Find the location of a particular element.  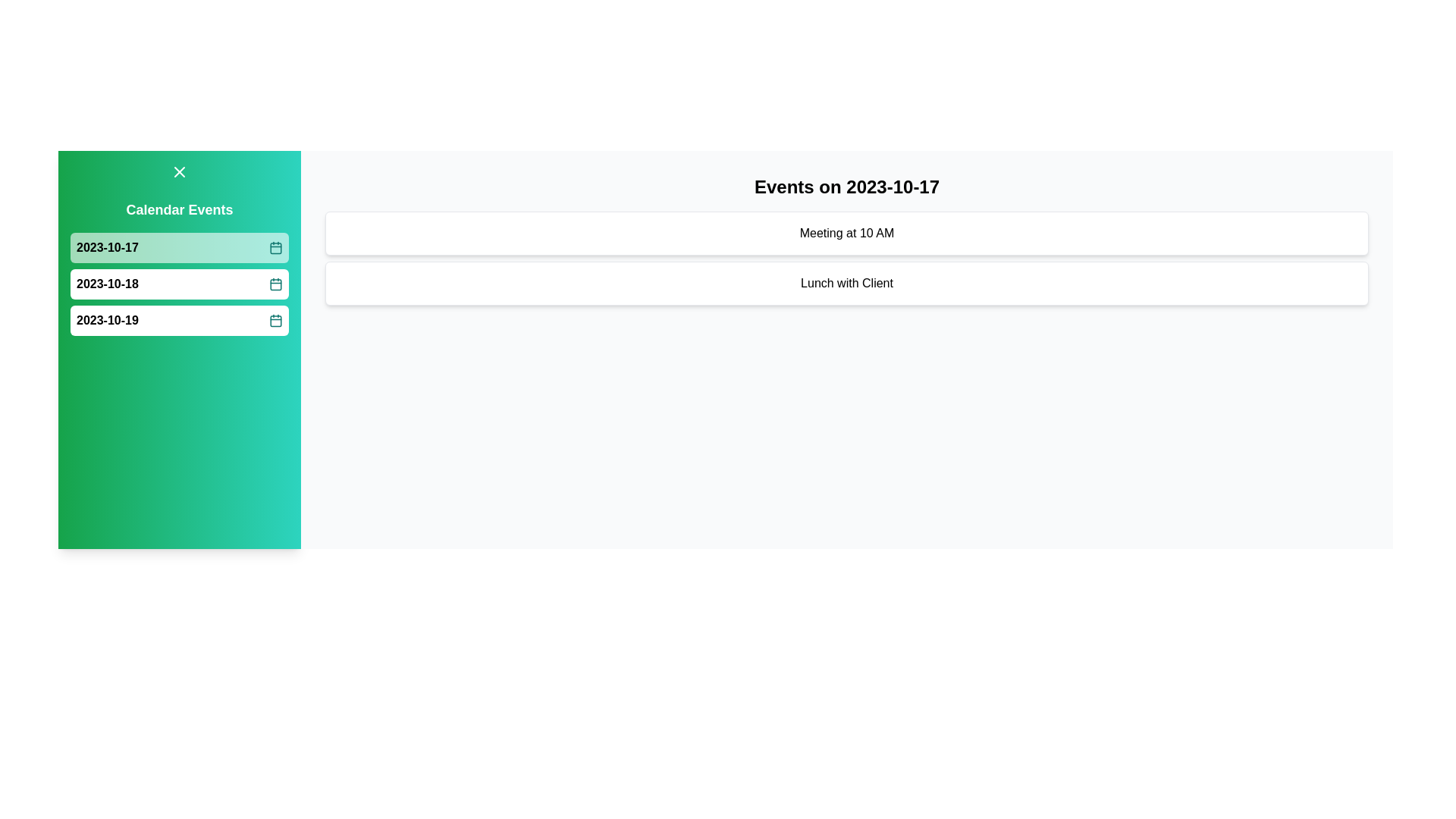

the button with the 'X' icon to toggle the drawer is located at coordinates (179, 171).